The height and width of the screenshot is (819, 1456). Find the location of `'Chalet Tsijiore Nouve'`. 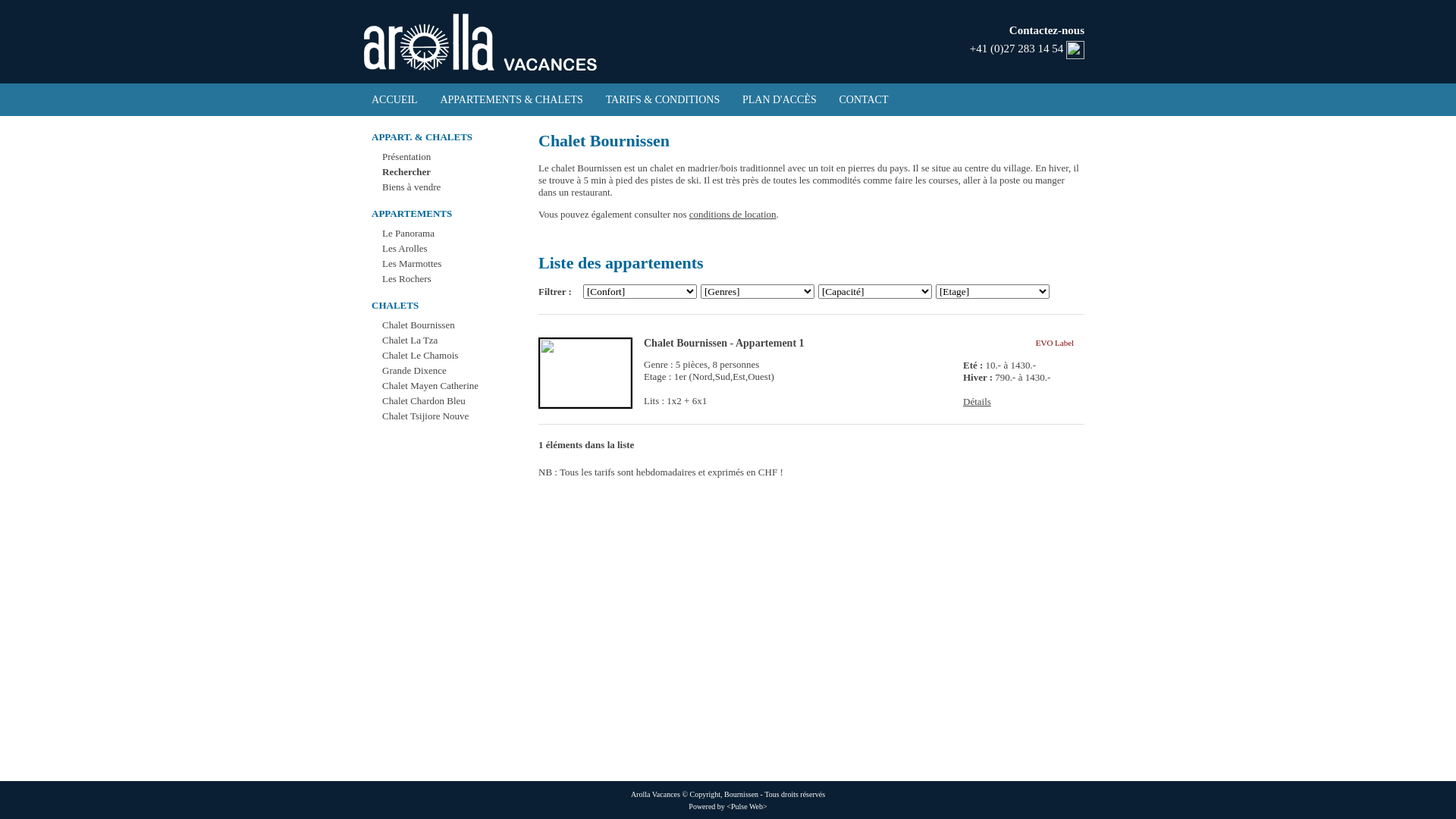

'Chalet Tsijiore Nouve' is located at coordinates (382, 416).